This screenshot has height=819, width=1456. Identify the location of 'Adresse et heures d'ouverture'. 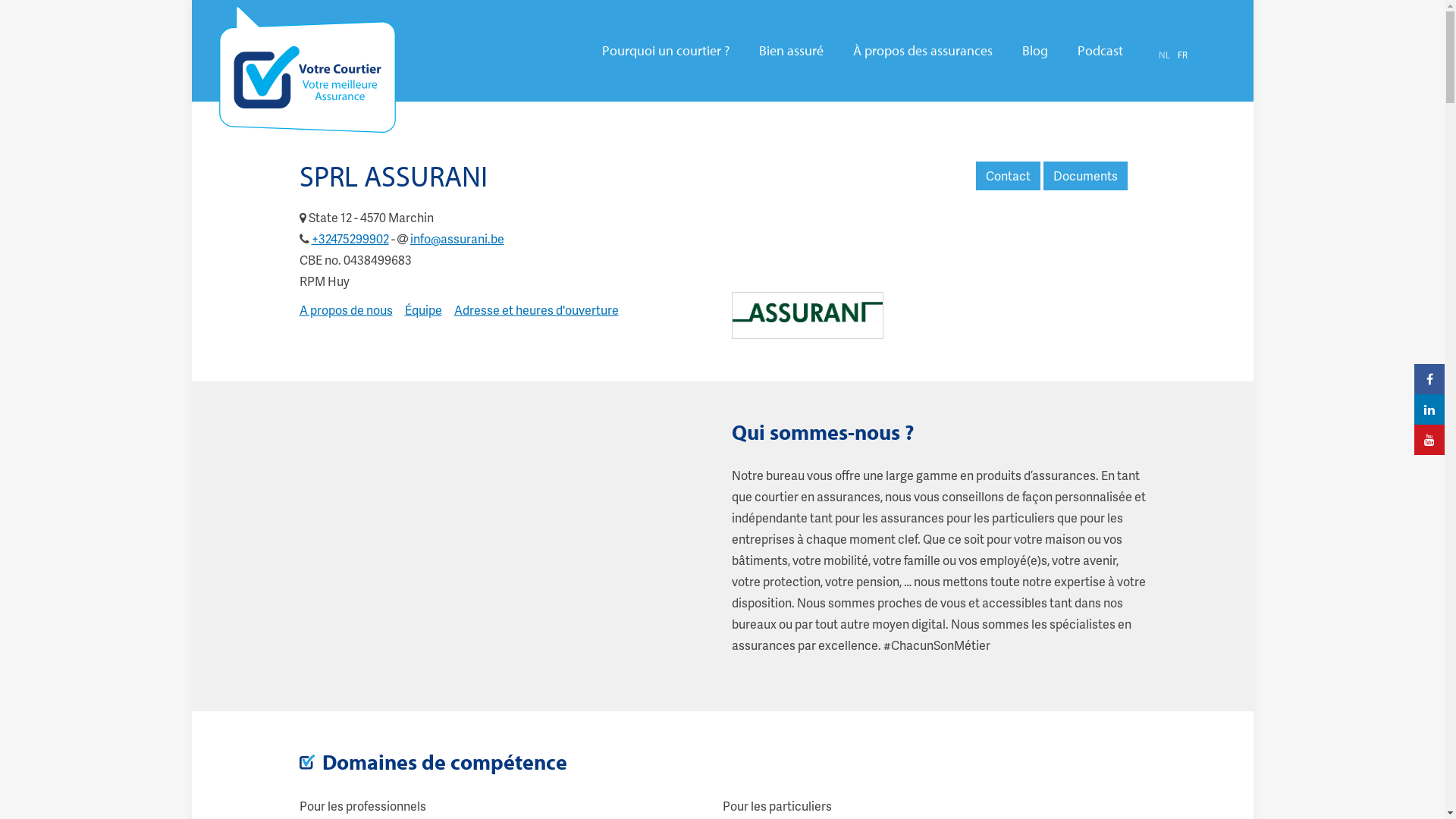
(535, 309).